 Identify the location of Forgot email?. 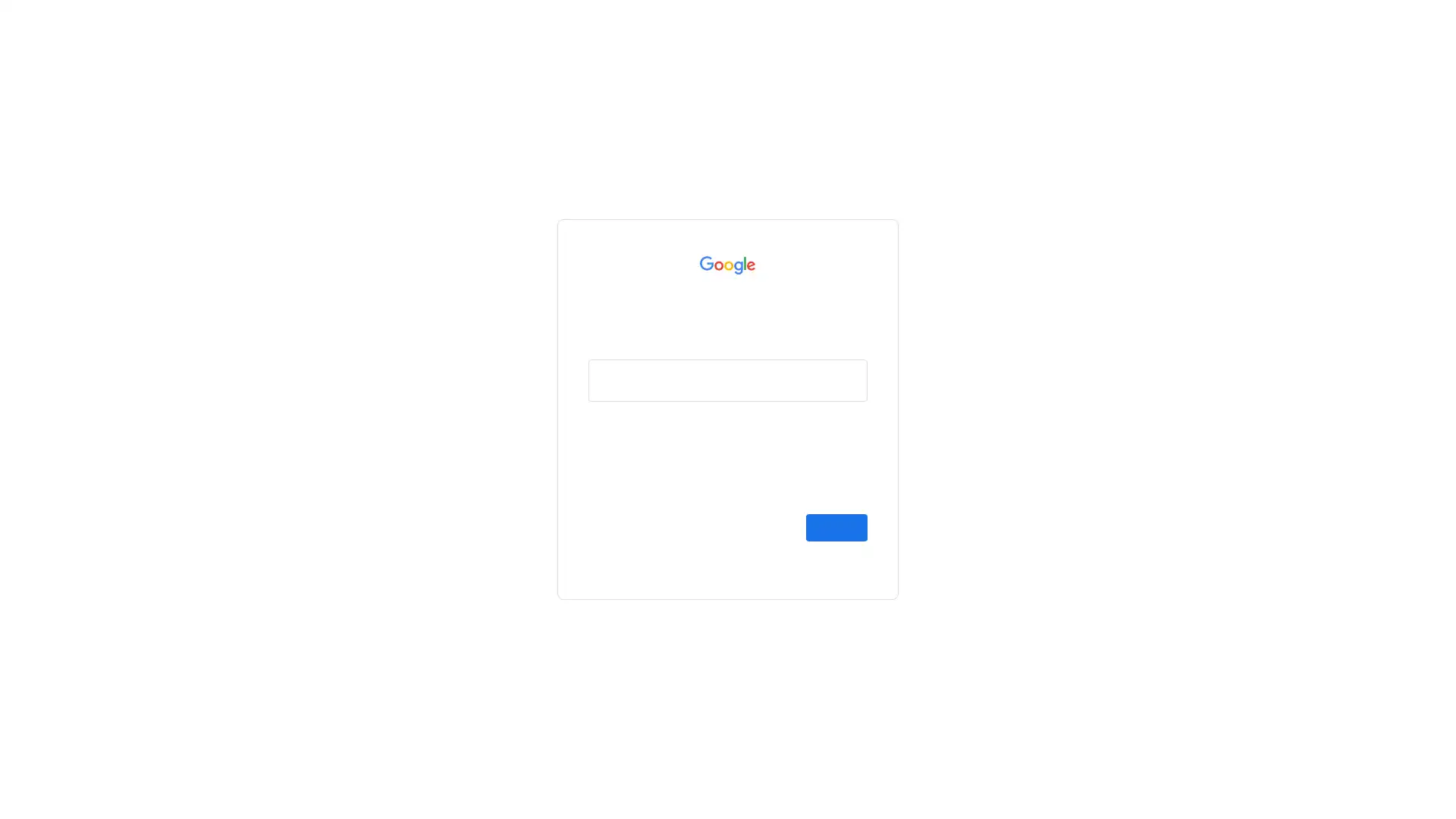
(623, 415).